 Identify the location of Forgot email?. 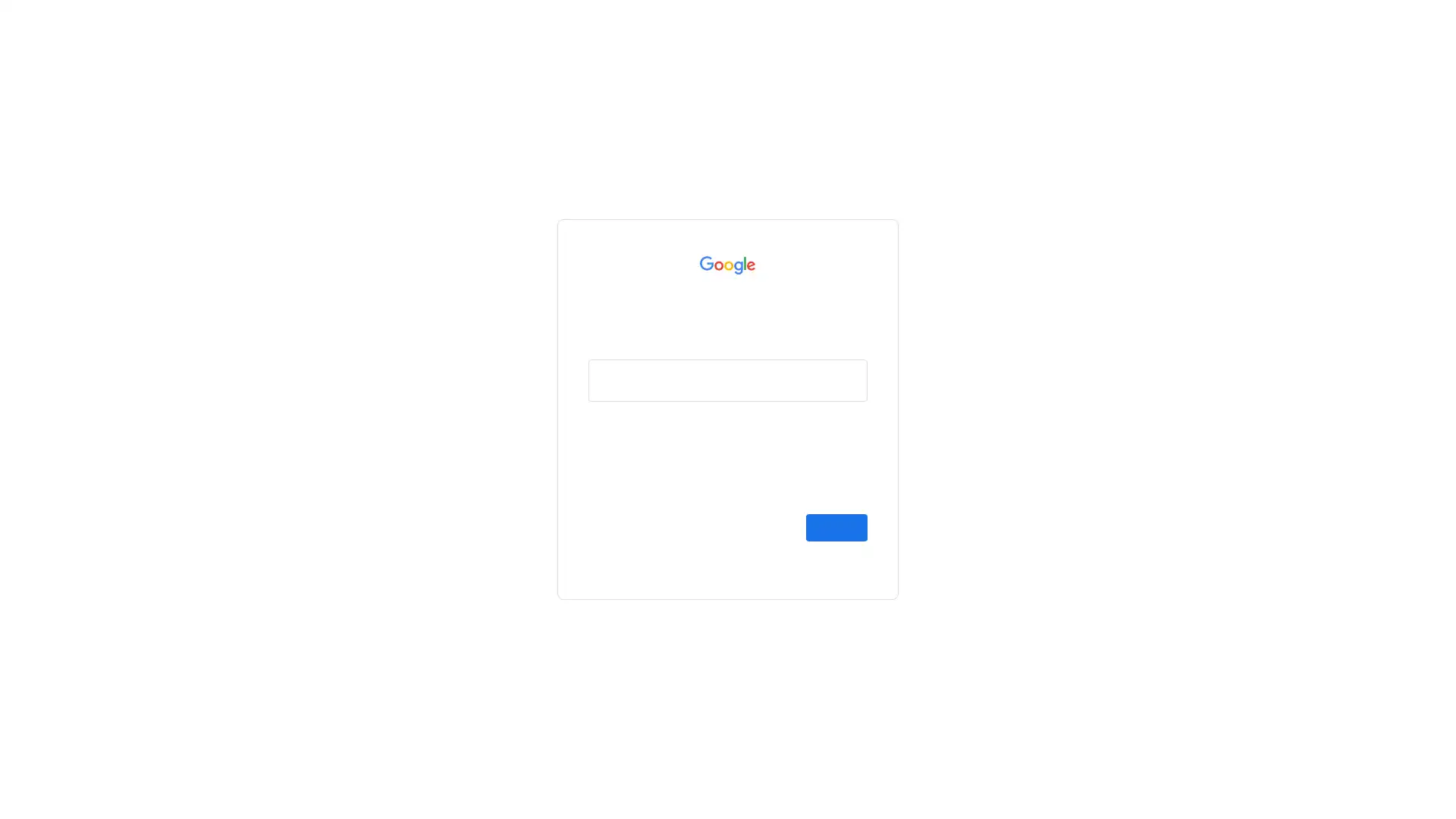
(623, 415).